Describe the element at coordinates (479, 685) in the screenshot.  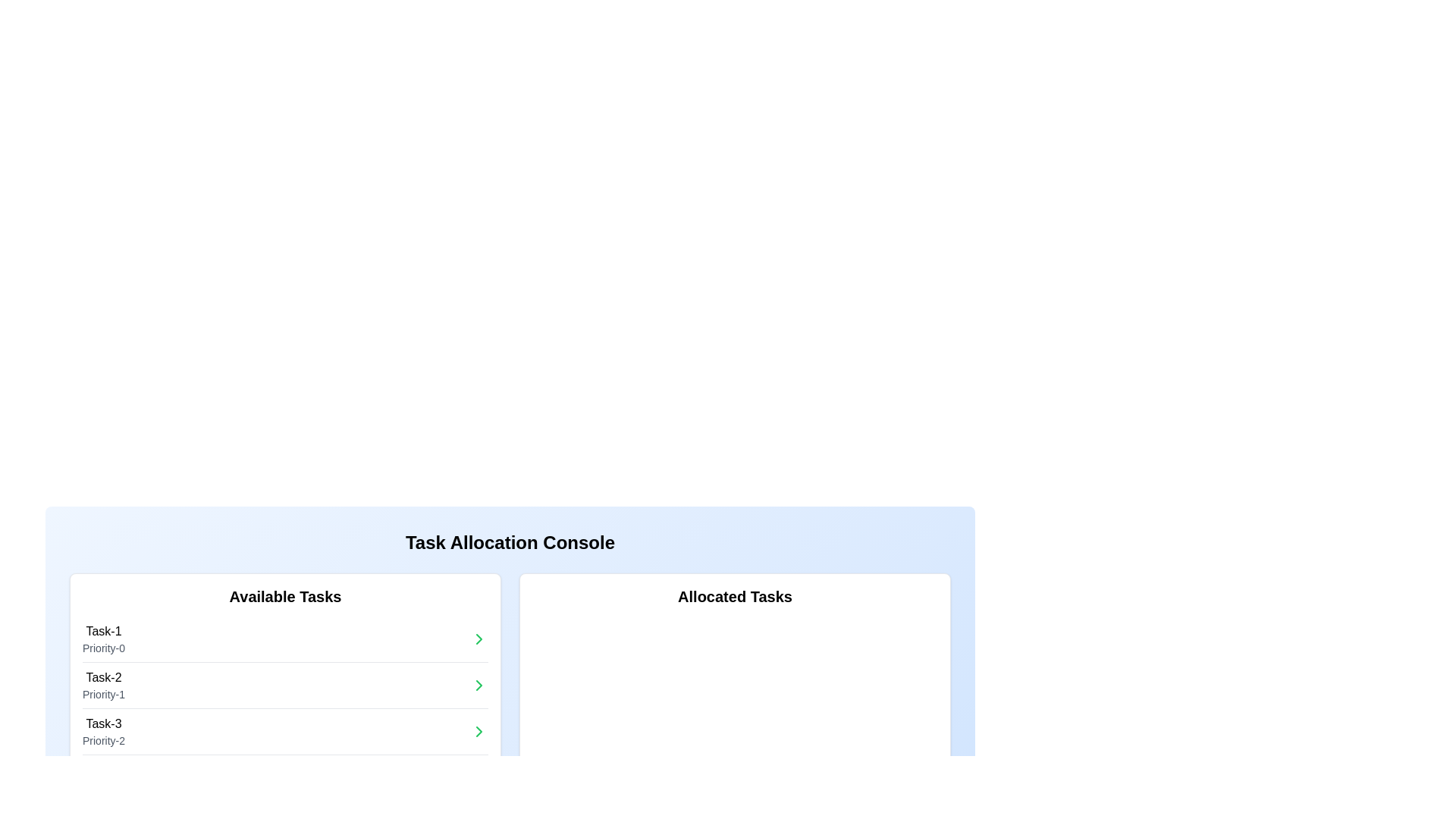
I see `the rightward-facing green arrow icon button located at the right side of the 'Task-2 Priority-1' entry in the Task Allocation Console` at that location.